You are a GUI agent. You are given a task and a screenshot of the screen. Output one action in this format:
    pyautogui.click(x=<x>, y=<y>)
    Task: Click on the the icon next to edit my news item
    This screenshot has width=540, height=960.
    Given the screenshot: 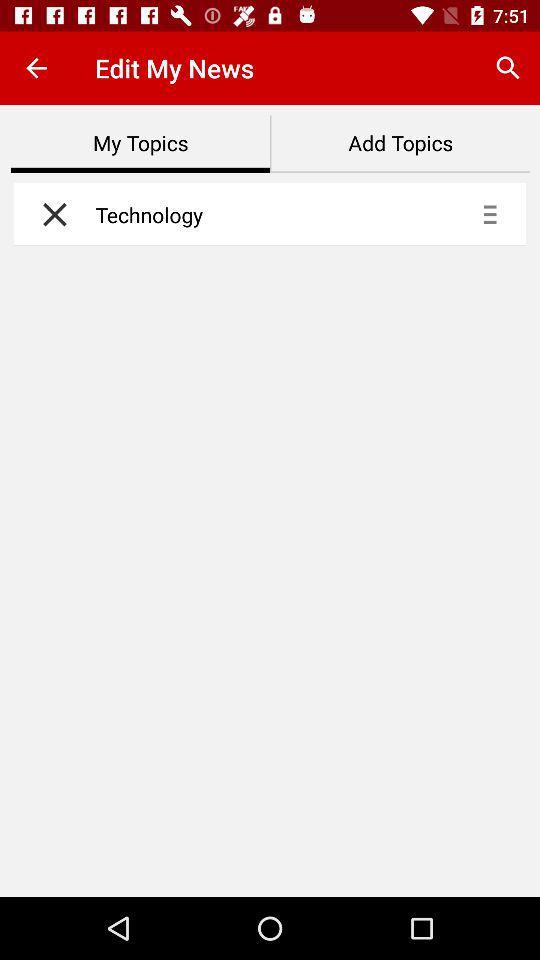 What is the action you would take?
    pyautogui.click(x=508, y=68)
    